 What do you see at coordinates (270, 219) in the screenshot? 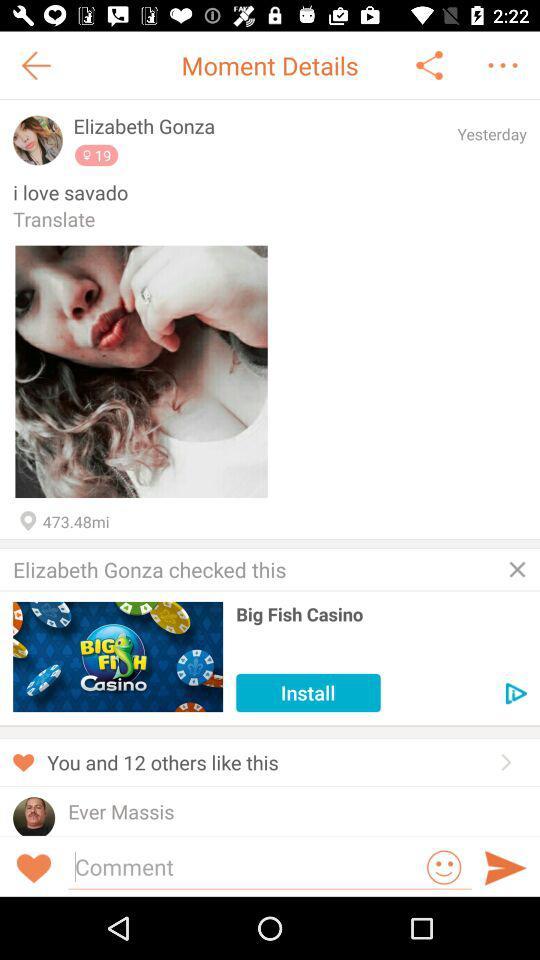
I see `the translate app` at bounding box center [270, 219].